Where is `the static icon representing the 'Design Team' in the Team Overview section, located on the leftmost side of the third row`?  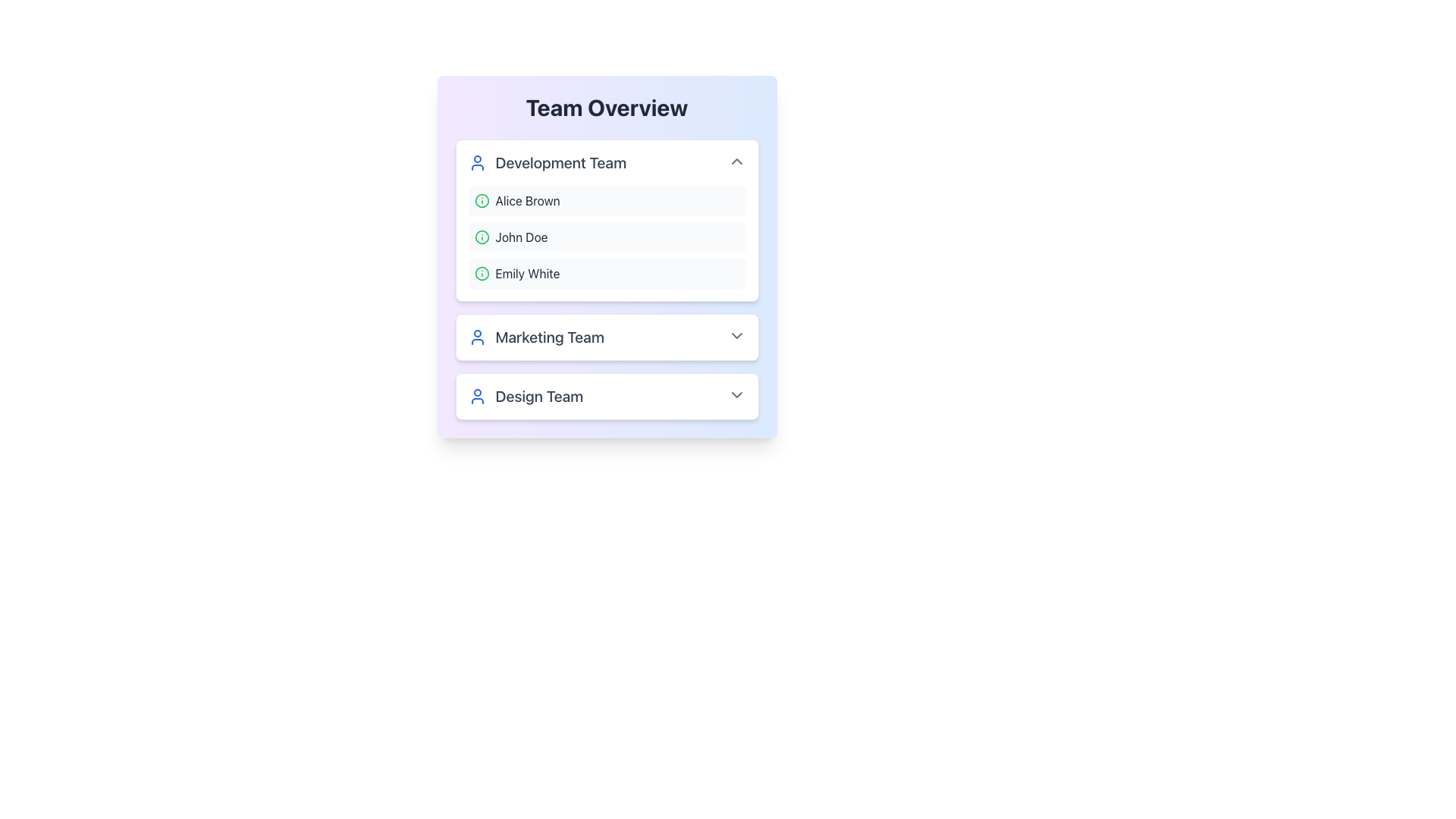 the static icon representing the 'Design Team' in the Team Overview section, located on the leftmost side of the third row is located at coordinates (476, 396).